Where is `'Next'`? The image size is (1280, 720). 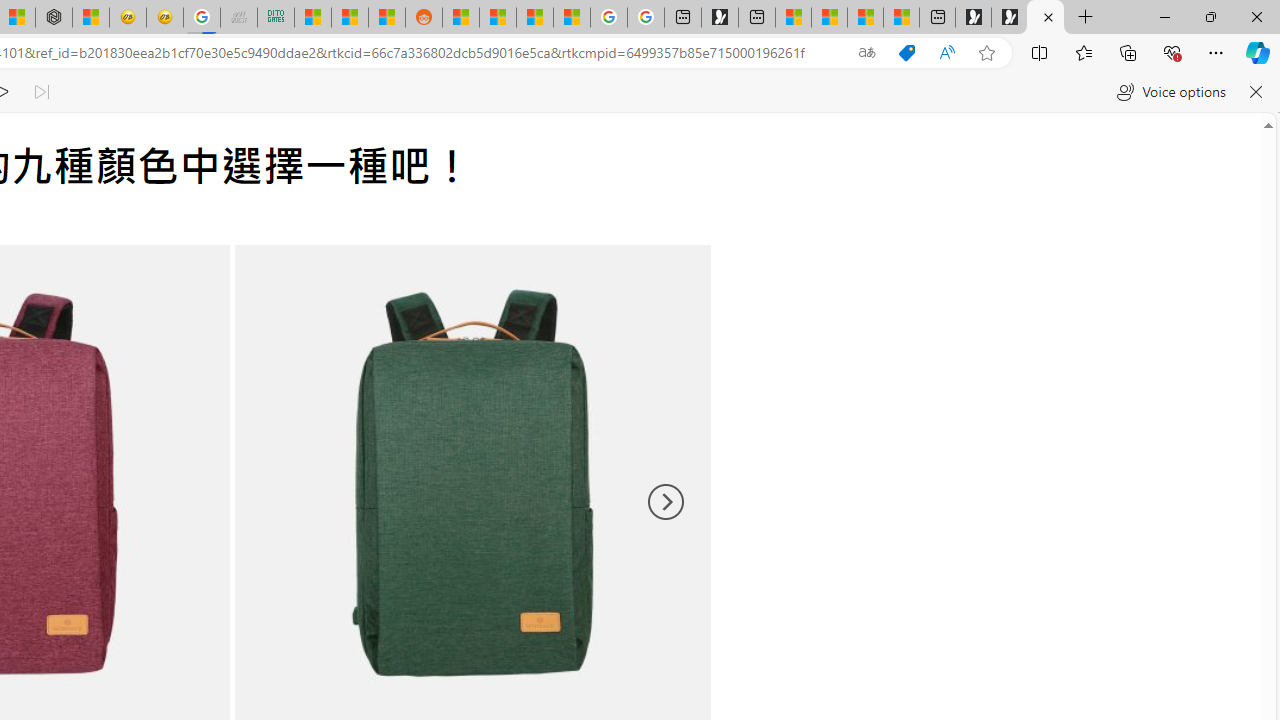
'Next' is located at coordinates (664, 500).